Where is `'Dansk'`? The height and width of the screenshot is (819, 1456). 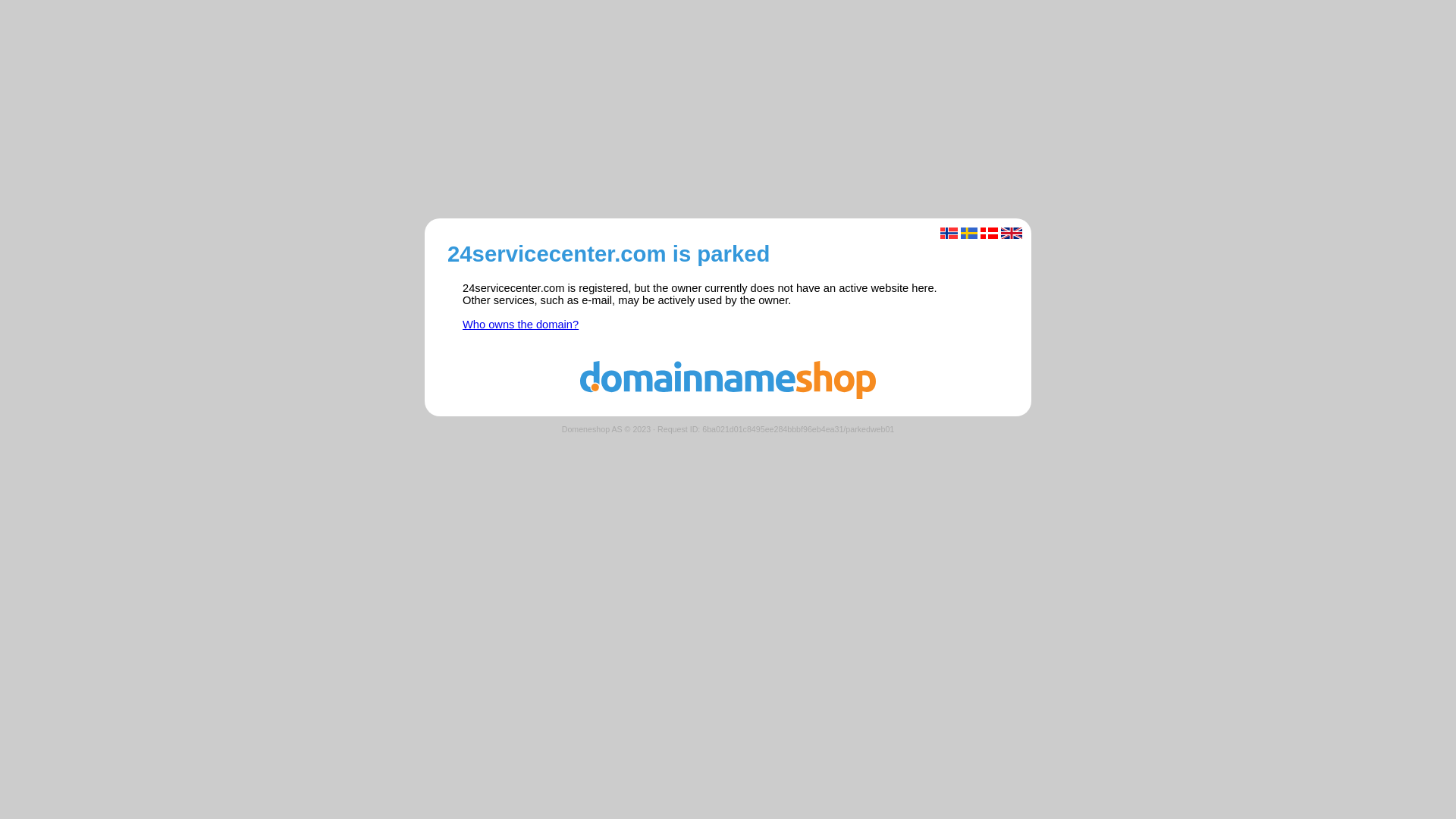 'Dansk' is located at coordinates (989, 233).